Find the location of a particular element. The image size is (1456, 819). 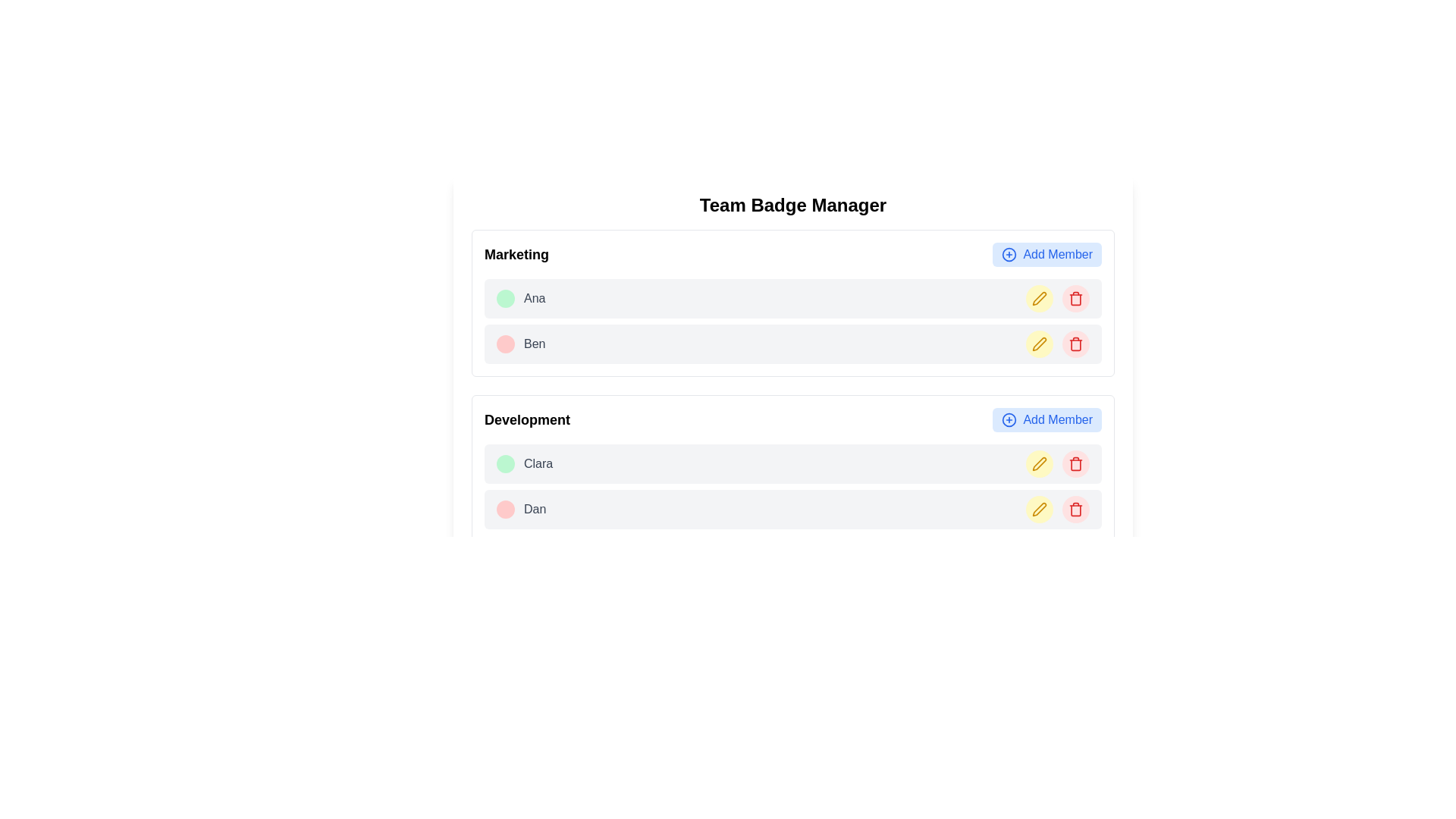

the edit button located in the Marketing section next to the name 'Ben' to initiate editing is located at coordinates (1039, 298).